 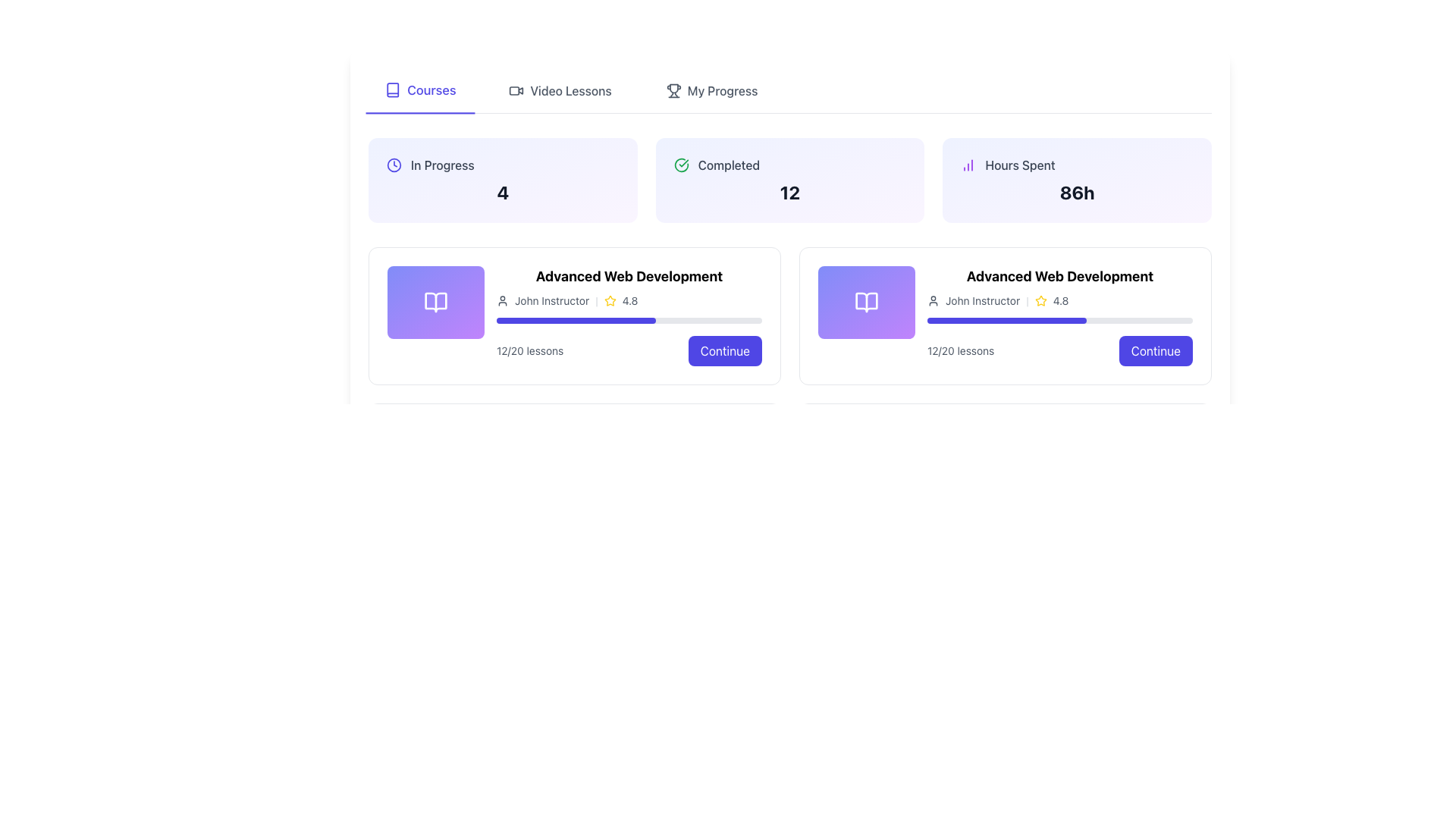 What do you see at coordinates (1154, 350) in the screenshot?
I see `the button located to the right of the '12/20 lessons' text label` at bounding box center [1154, 350].